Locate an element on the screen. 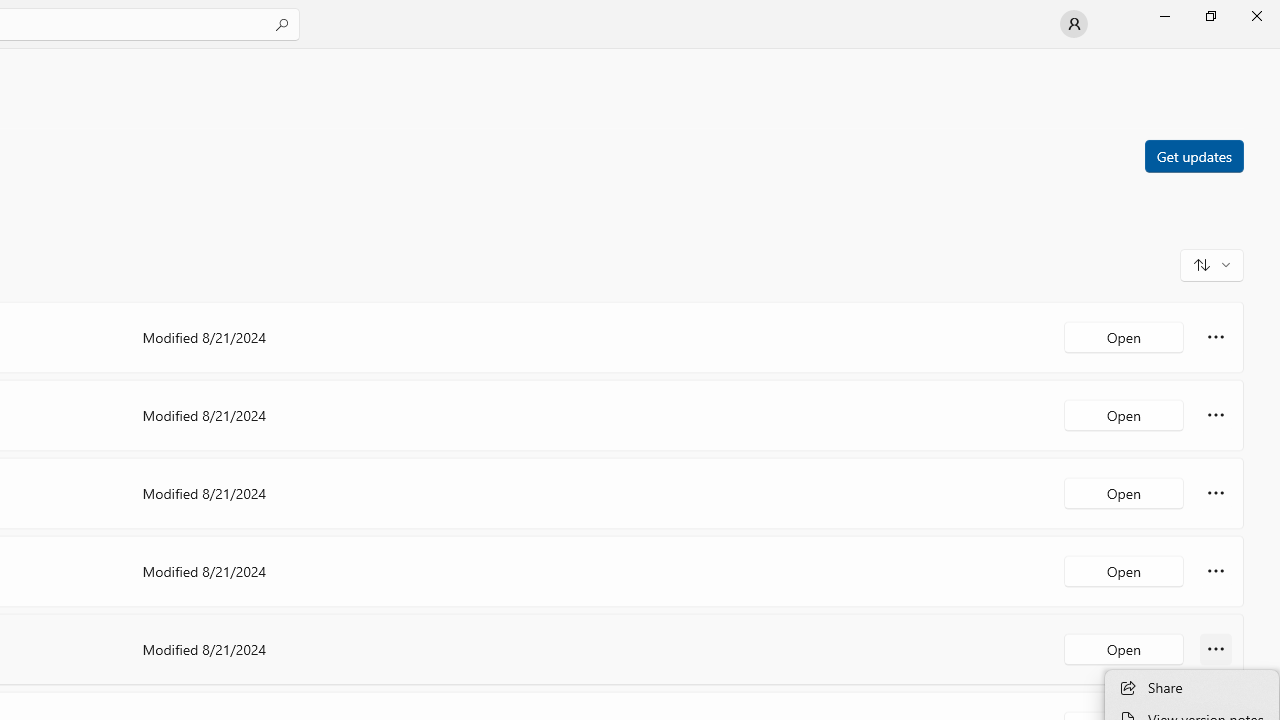 The image size is (1280, 720). 'User profile' is located at coordinates (1072, 24).